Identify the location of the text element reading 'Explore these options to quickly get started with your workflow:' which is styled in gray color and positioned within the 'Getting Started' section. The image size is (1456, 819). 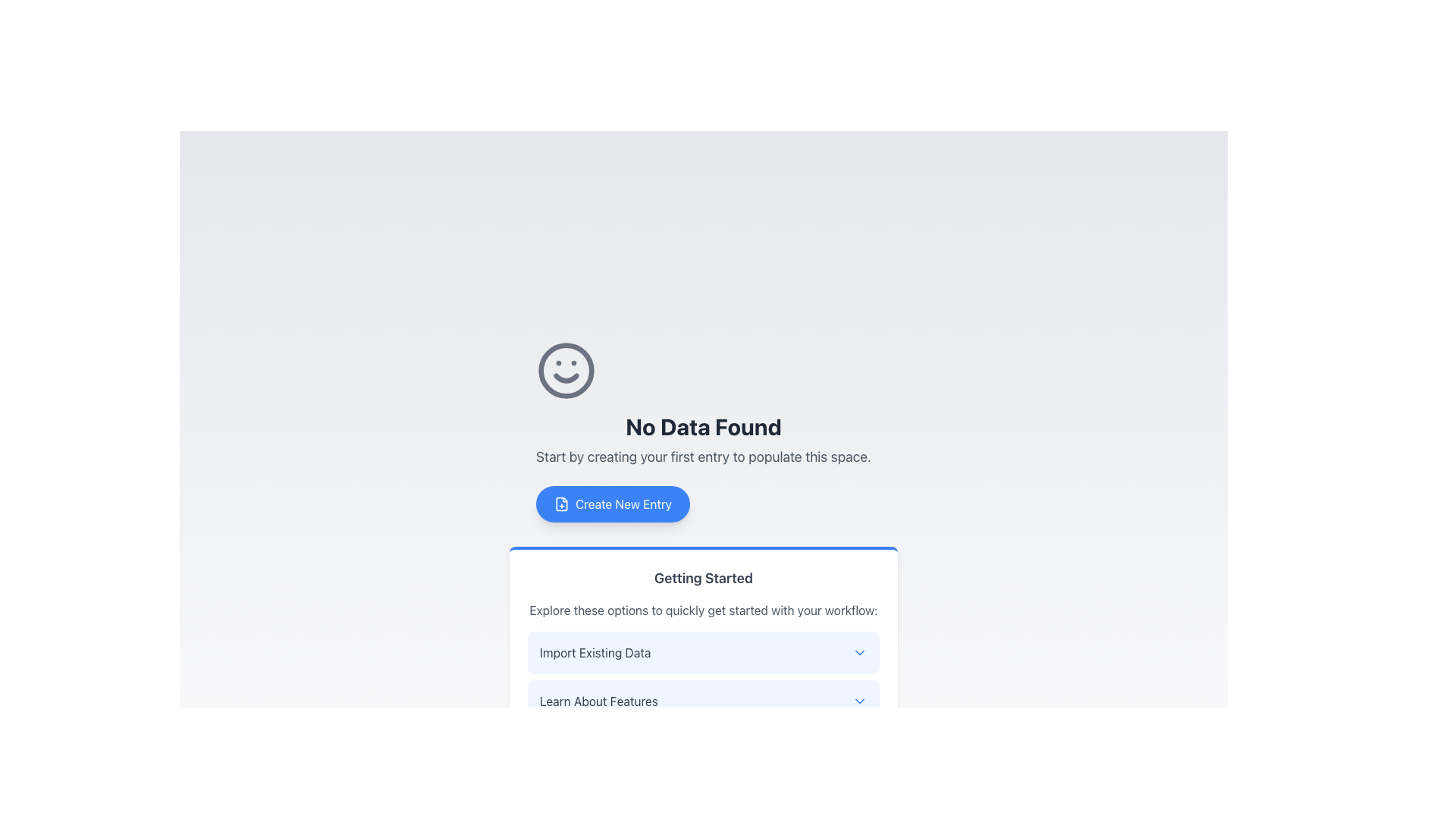
(702, 610).